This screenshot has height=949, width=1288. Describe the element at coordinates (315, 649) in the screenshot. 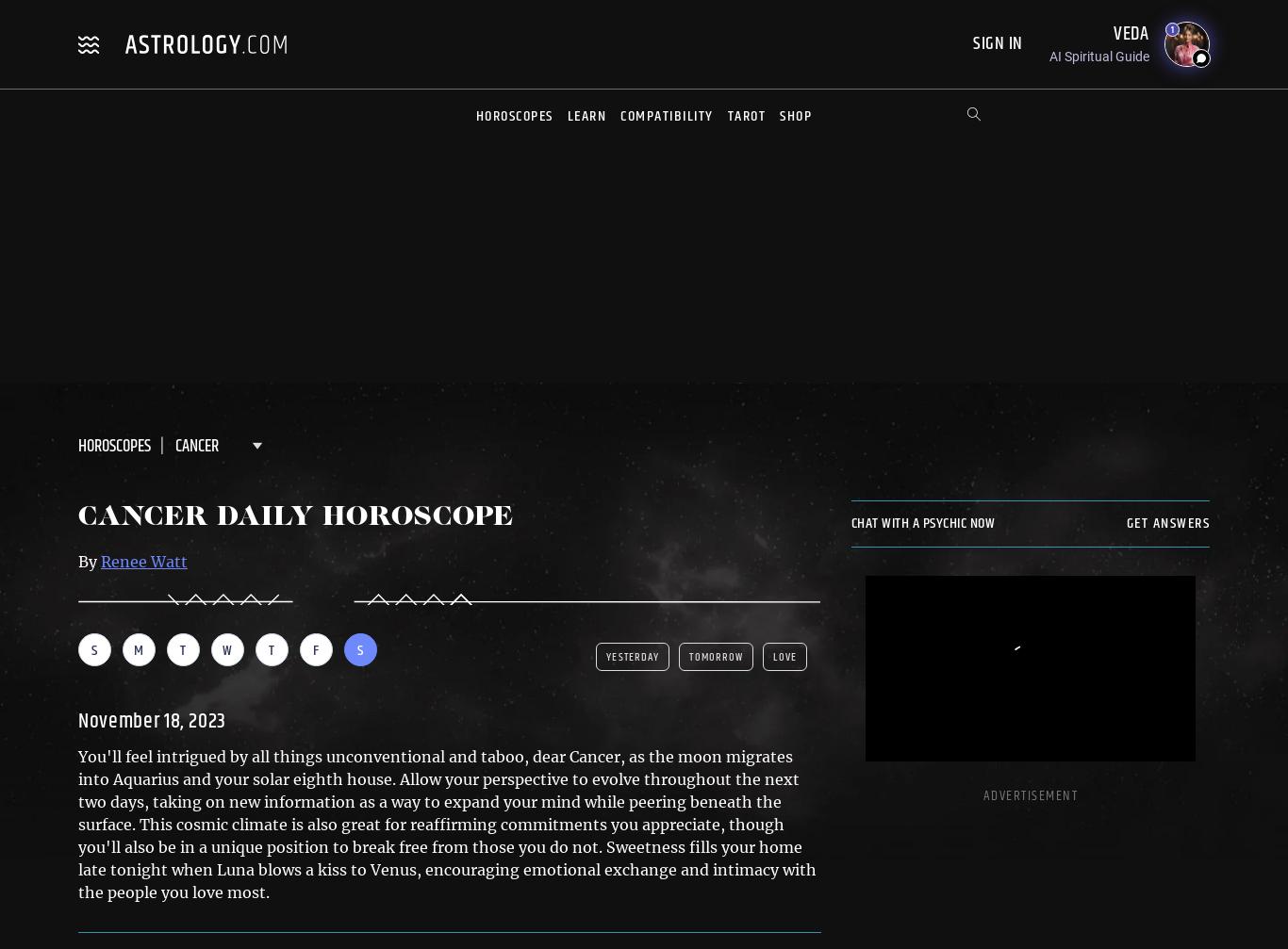

I see `'F'` at that location.